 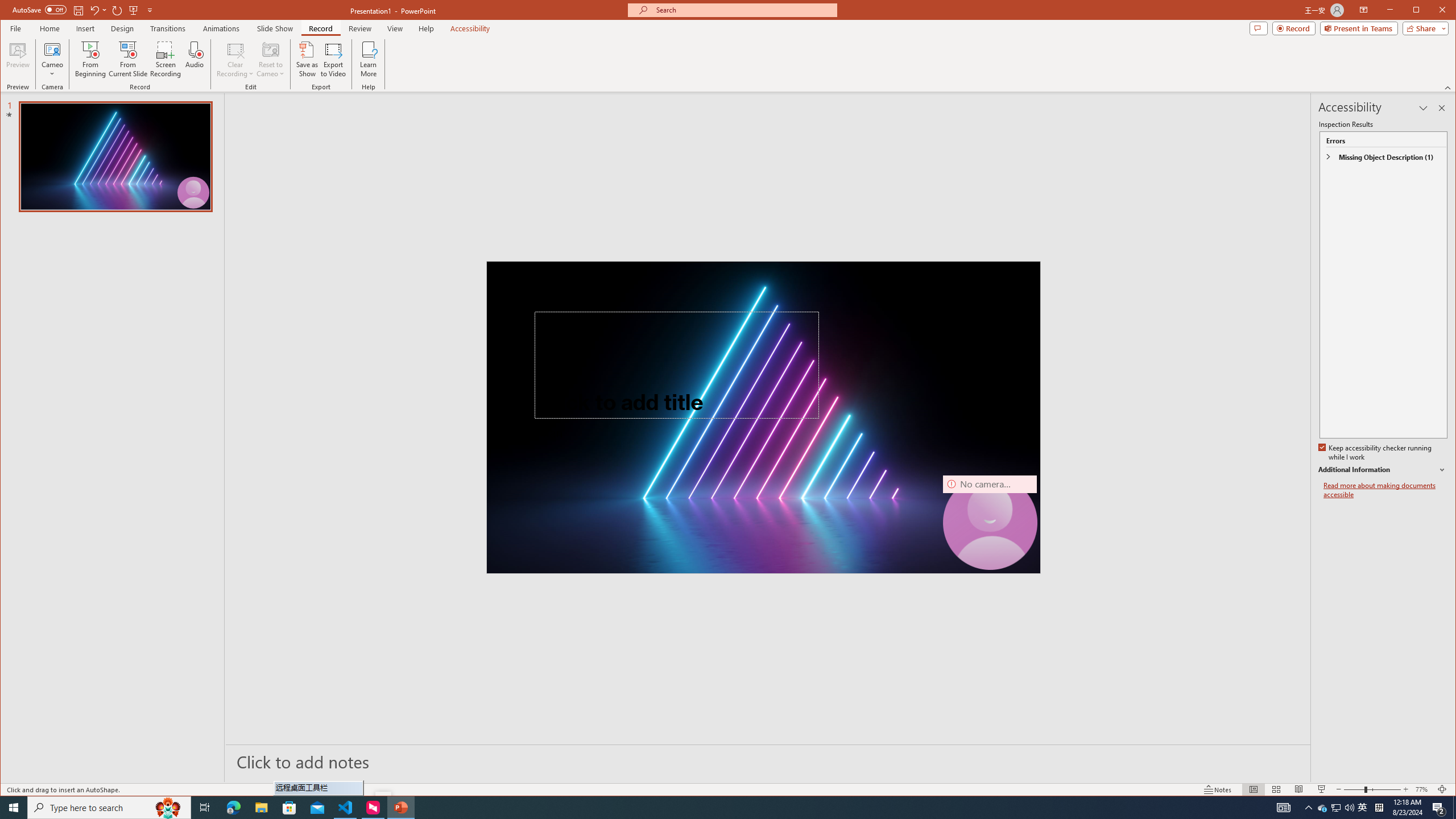 What do you see at coordinates (204, 806) in the screenshot?
I see `'Task View'` at bounding box center [204, 806].